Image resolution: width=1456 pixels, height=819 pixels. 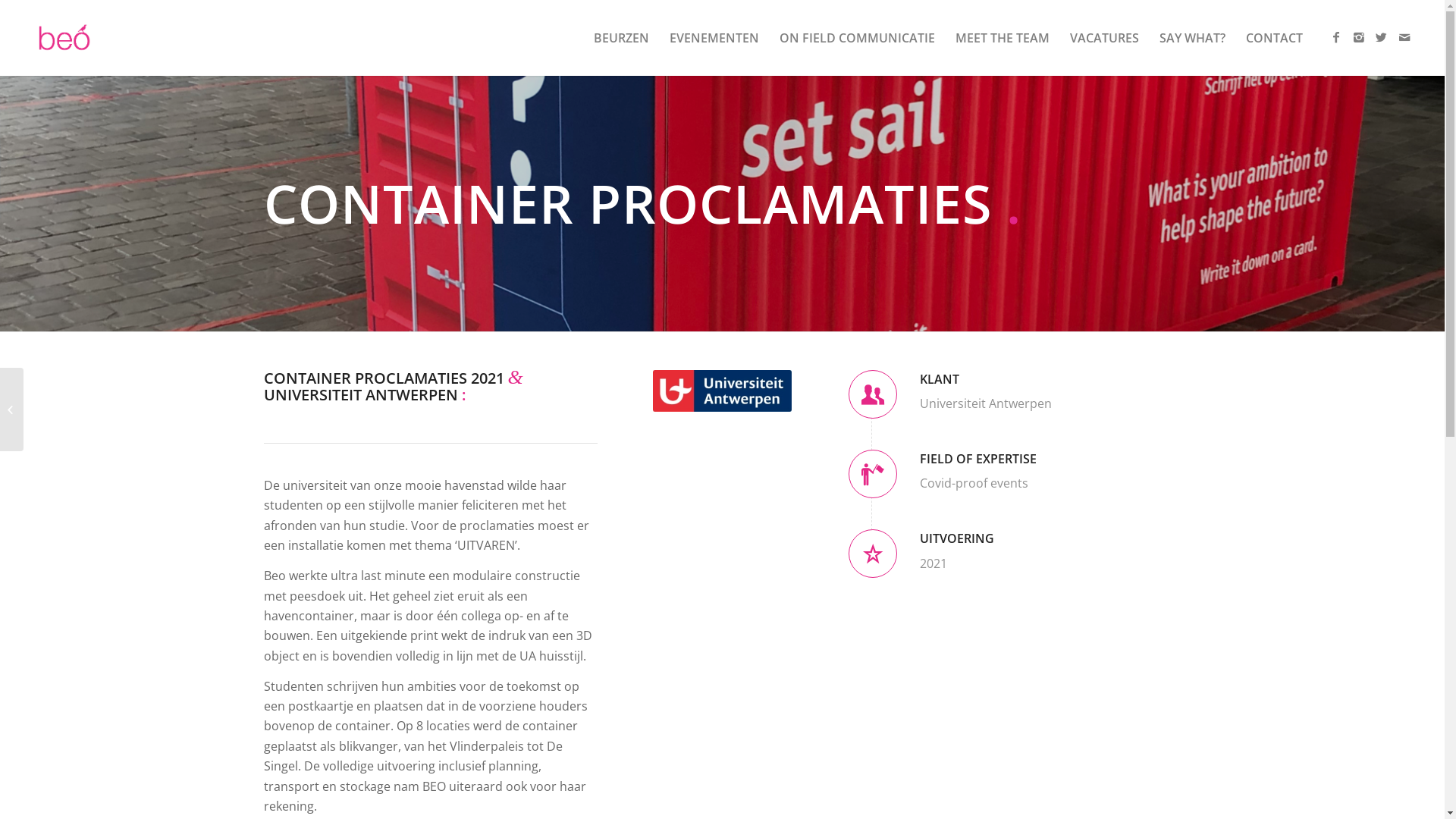 I want to click on 'VACATURES', so click(x=1103, y=37).